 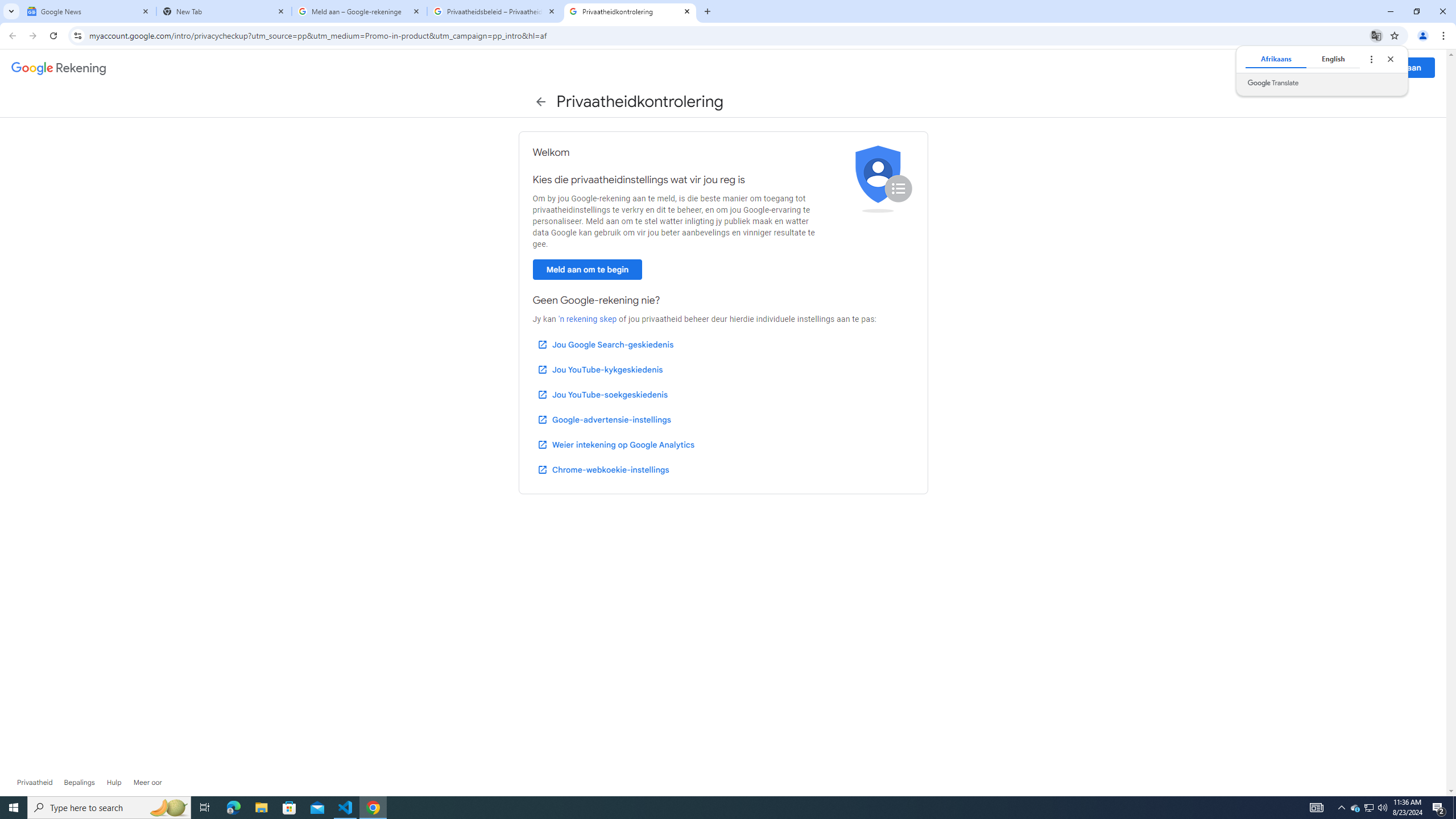 What do you see at coordinates (1370, 59) in the screenshot?
I see `'Translate options'` at bounding box center [1370, 59].